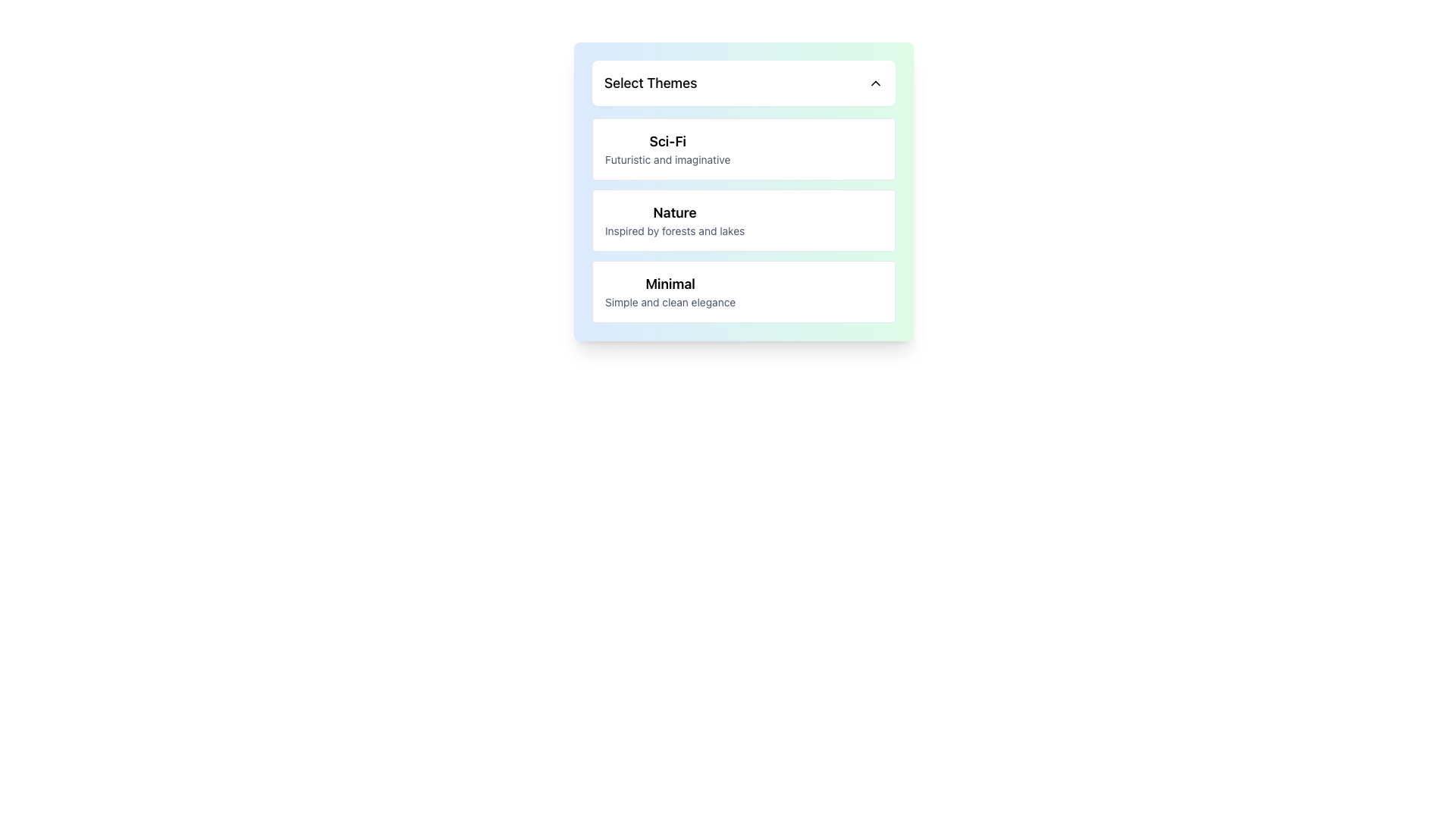 The image size is (1456, 819). I want to click on the text label element that contains the description 'Inspired by forests and lakes', positioned beneath the bold title 'Nature' in a dropdown menu, so click(674, 231).